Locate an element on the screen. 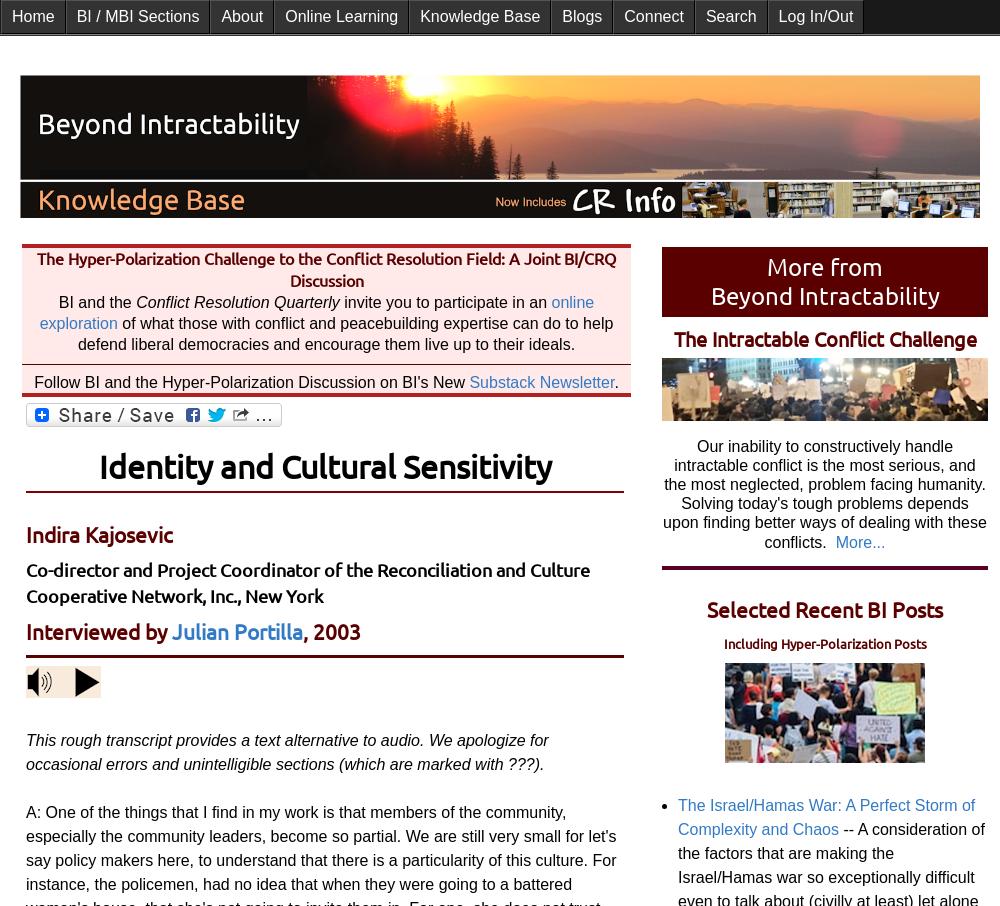  'Knowledge Base' is located at coordinates (479, 15).